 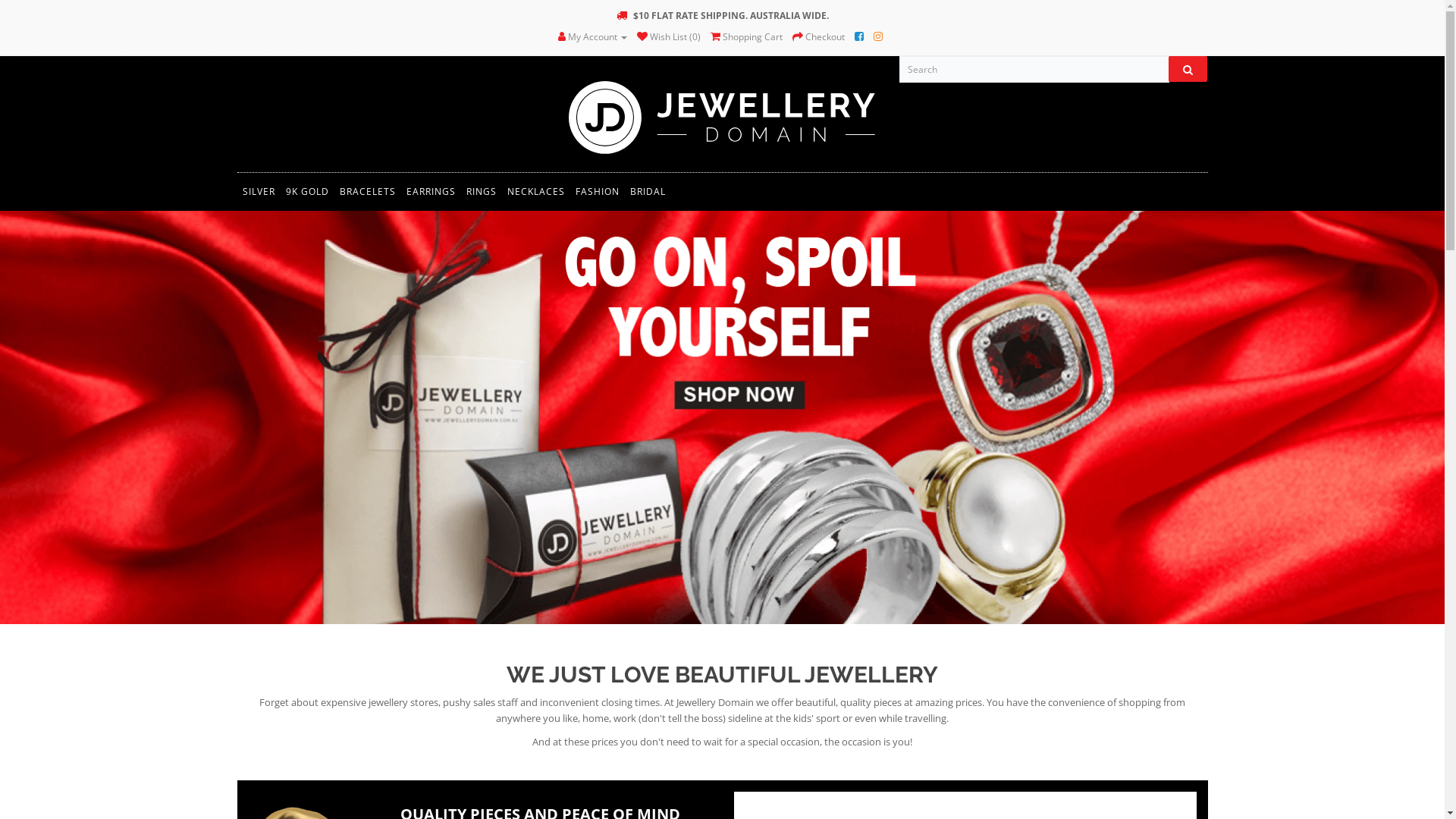 What do you see at coordinates (591, 36) in the screenshot?
I see `'My Account'` at bounding box center [591, 36].